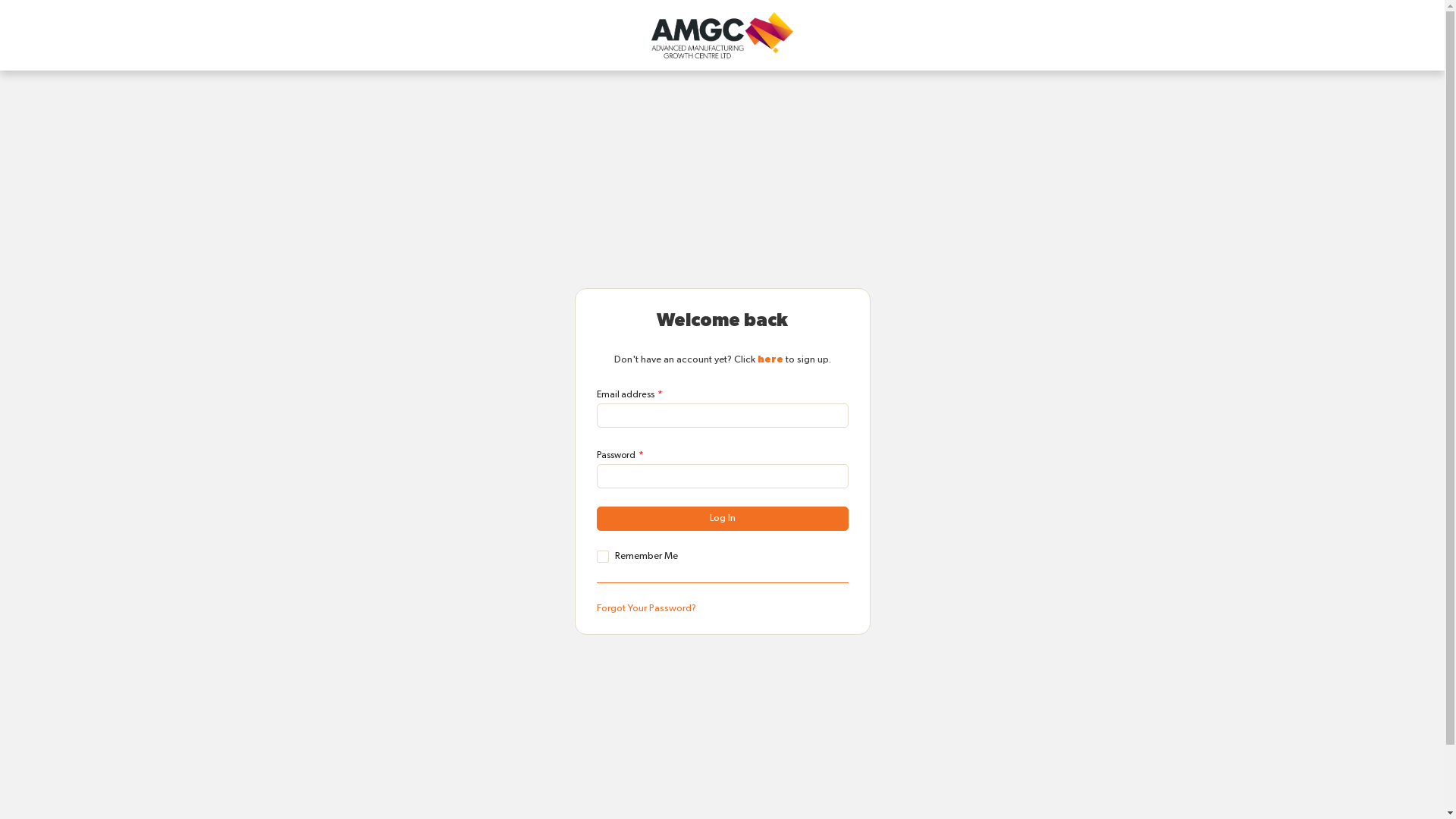  I want to click on 'Log In', so click(720, 517).